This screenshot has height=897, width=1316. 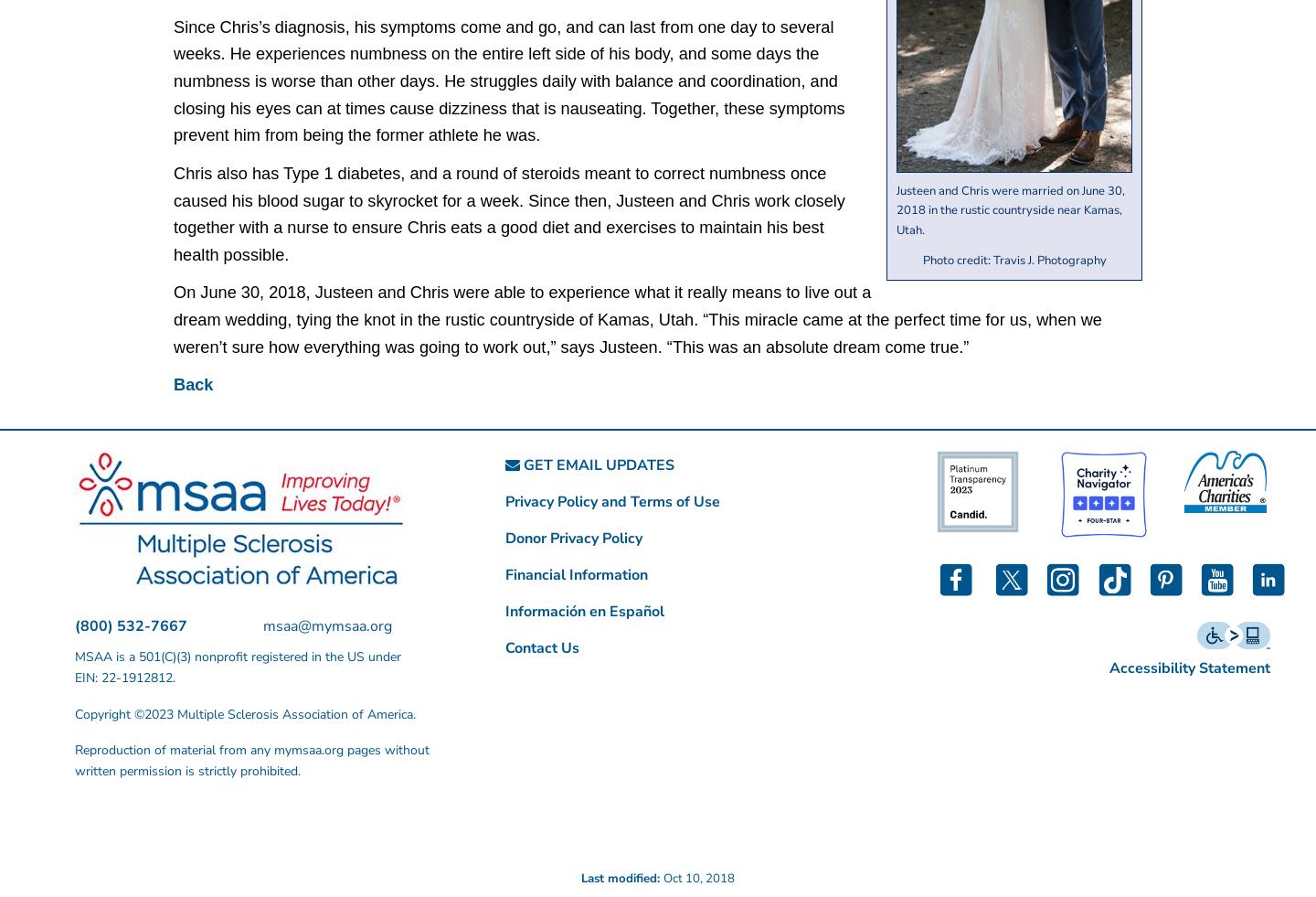 What do you see at coordinates (327, 626) in the screenshot?
I see `'msaa@mymsaa.org'` at bounding box center [327, 626].